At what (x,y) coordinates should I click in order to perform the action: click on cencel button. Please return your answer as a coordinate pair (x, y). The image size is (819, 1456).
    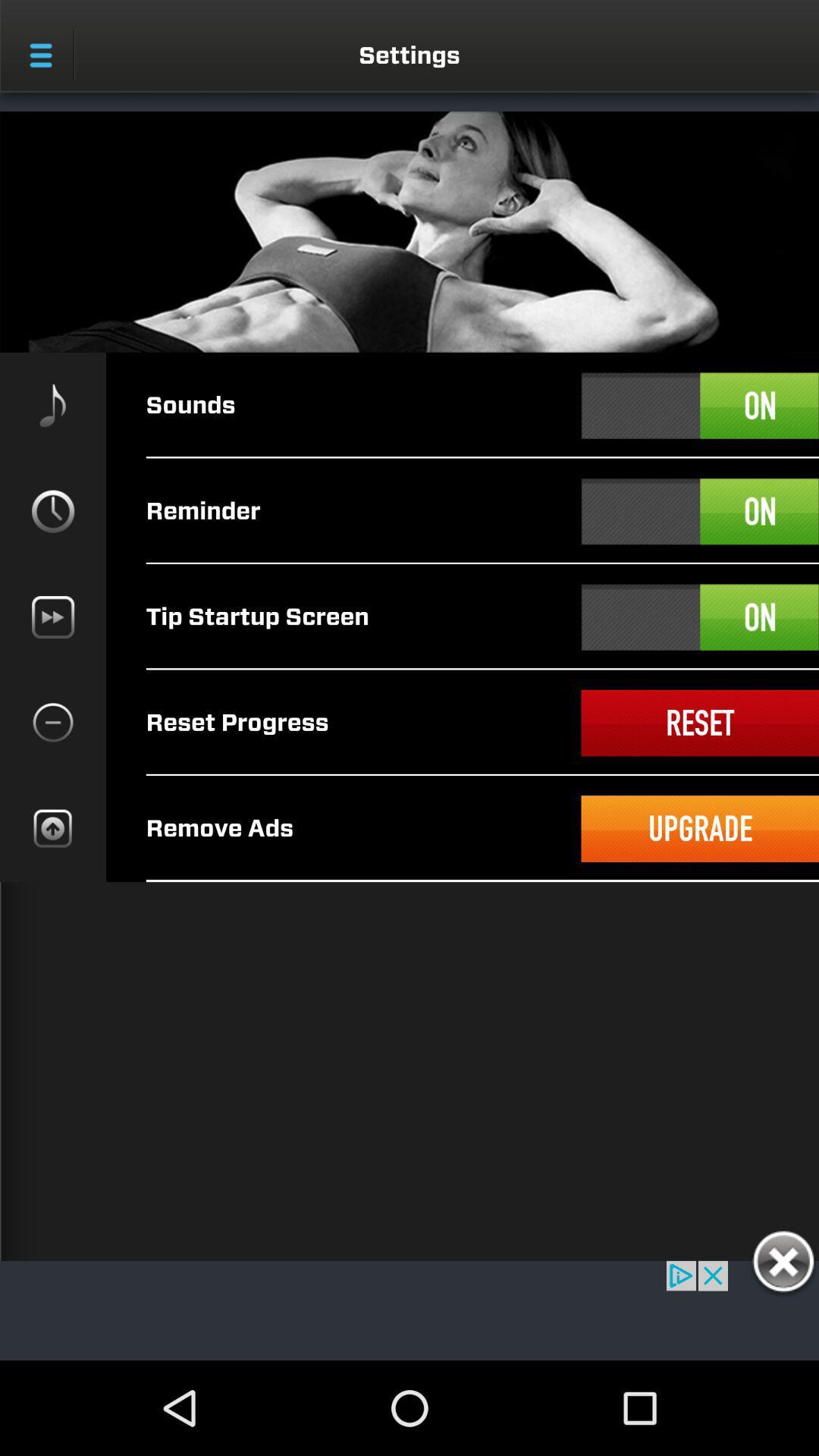
    Looking at the image, I should click on (783, 1264).